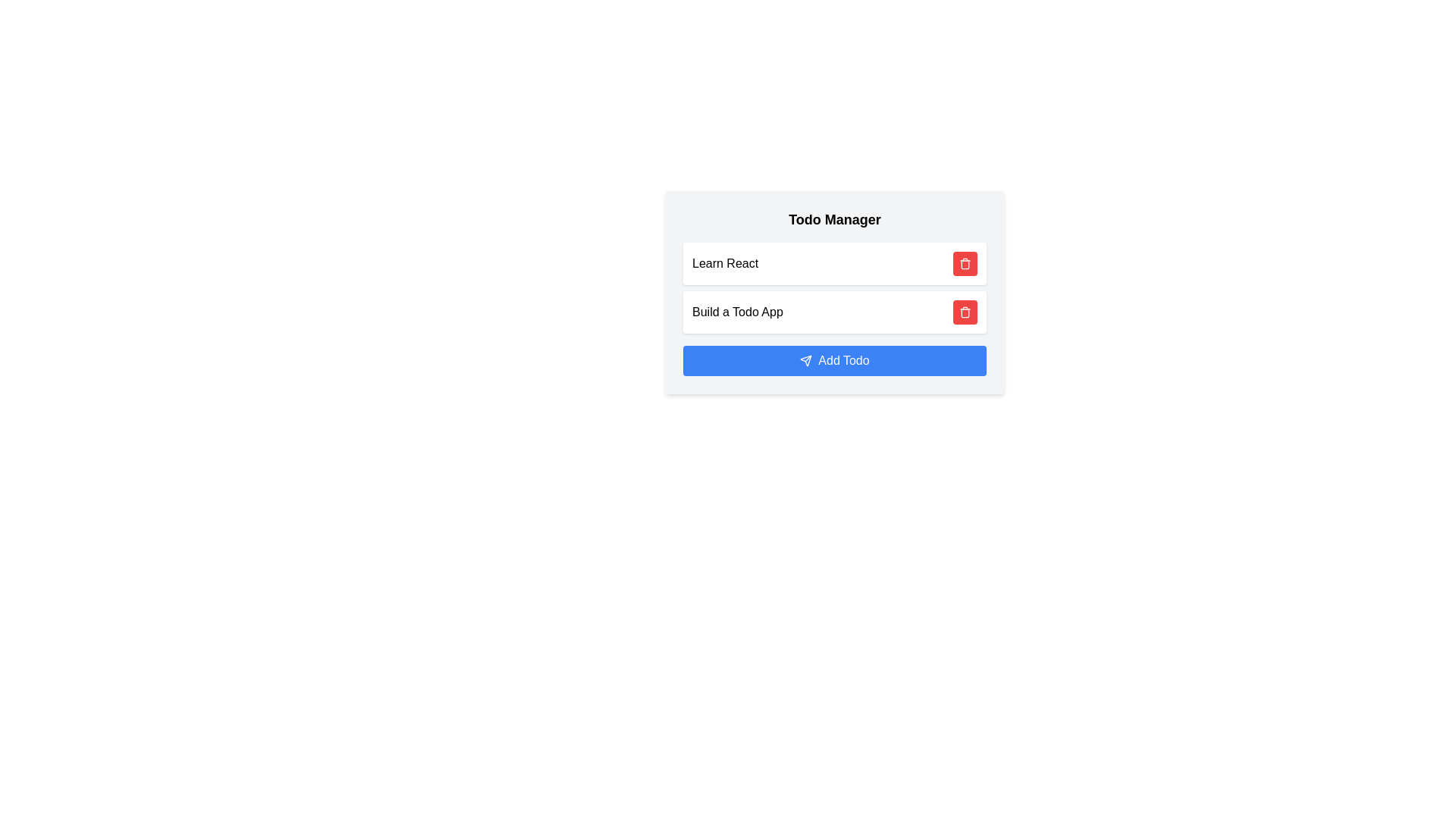  What do you see at coordinates (964, 262) in the screenshot?
I see `the red rectangular button with a trash can icon located to the right of the 'Learn React' box in the 'Todo Manager' interface` at bounding box center [964, 262].